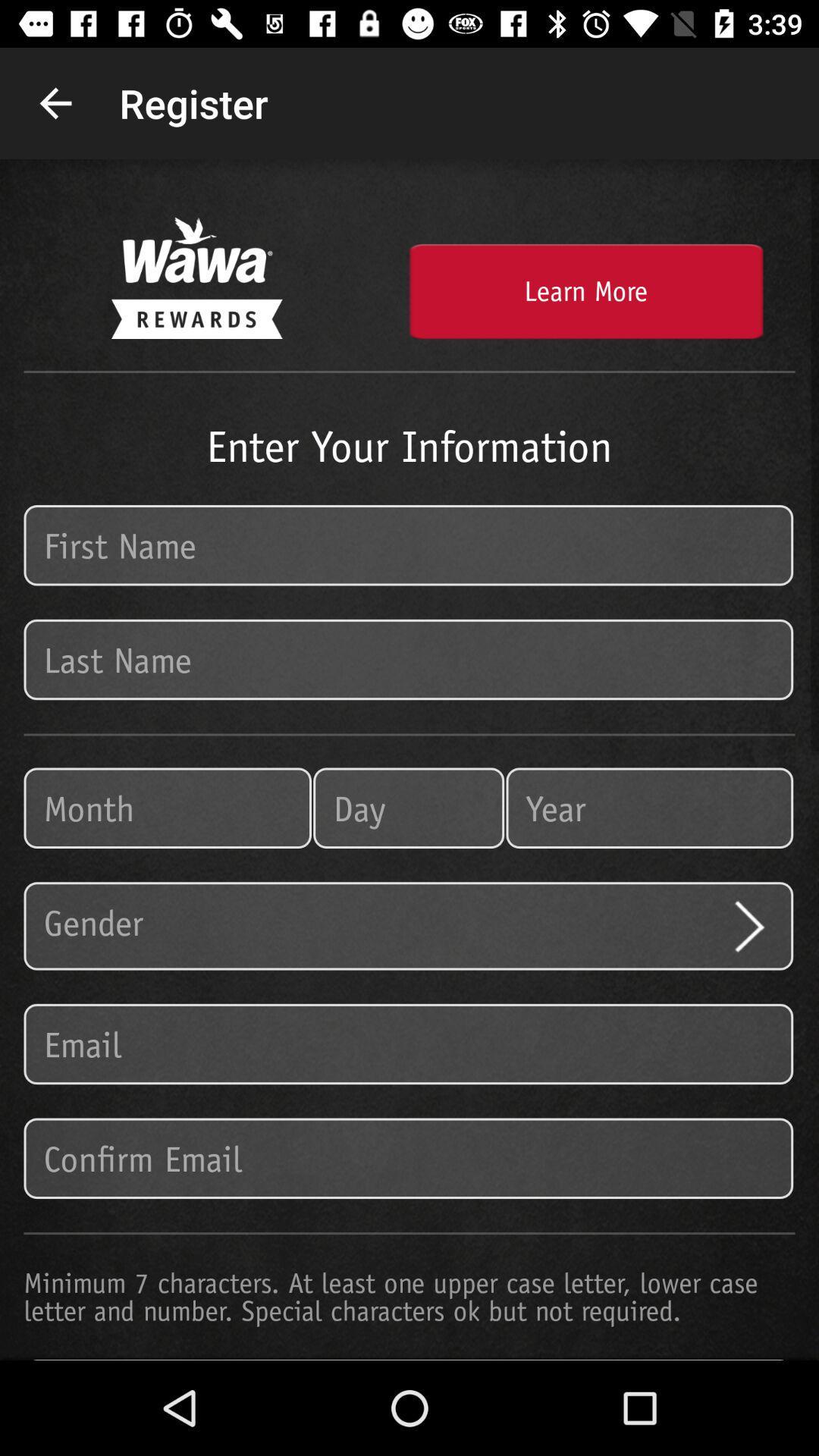 This screenshot has height=1456, width=819. Describe the element at coordinates (585, 291) in the screenshot. I see `the learn more item` at that location.